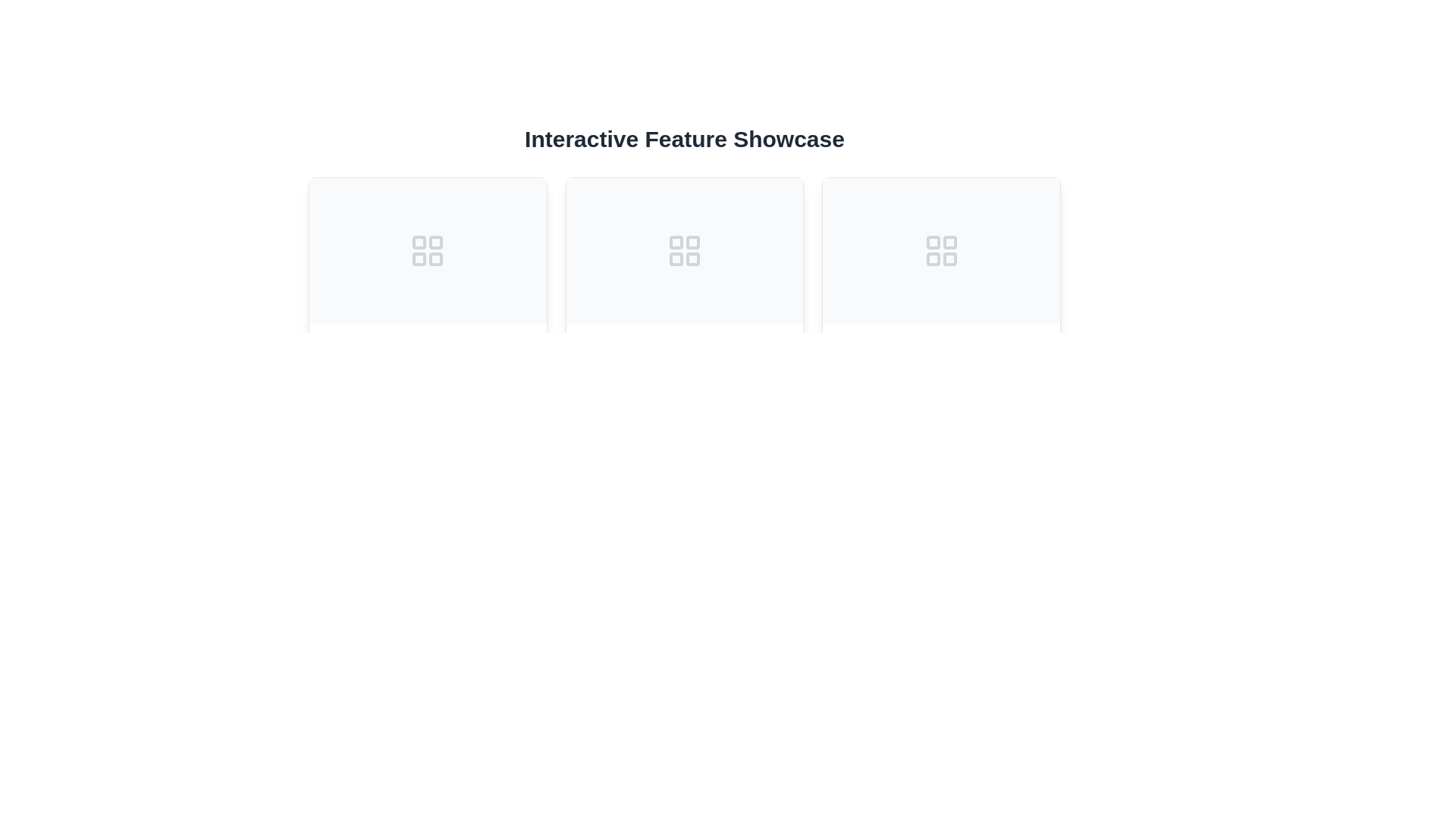 This screenshot has width=1456, height=819. I want to click on the top-left decorative square within a 2x2 grid of squares inside the main icon element, so click(419, 242).